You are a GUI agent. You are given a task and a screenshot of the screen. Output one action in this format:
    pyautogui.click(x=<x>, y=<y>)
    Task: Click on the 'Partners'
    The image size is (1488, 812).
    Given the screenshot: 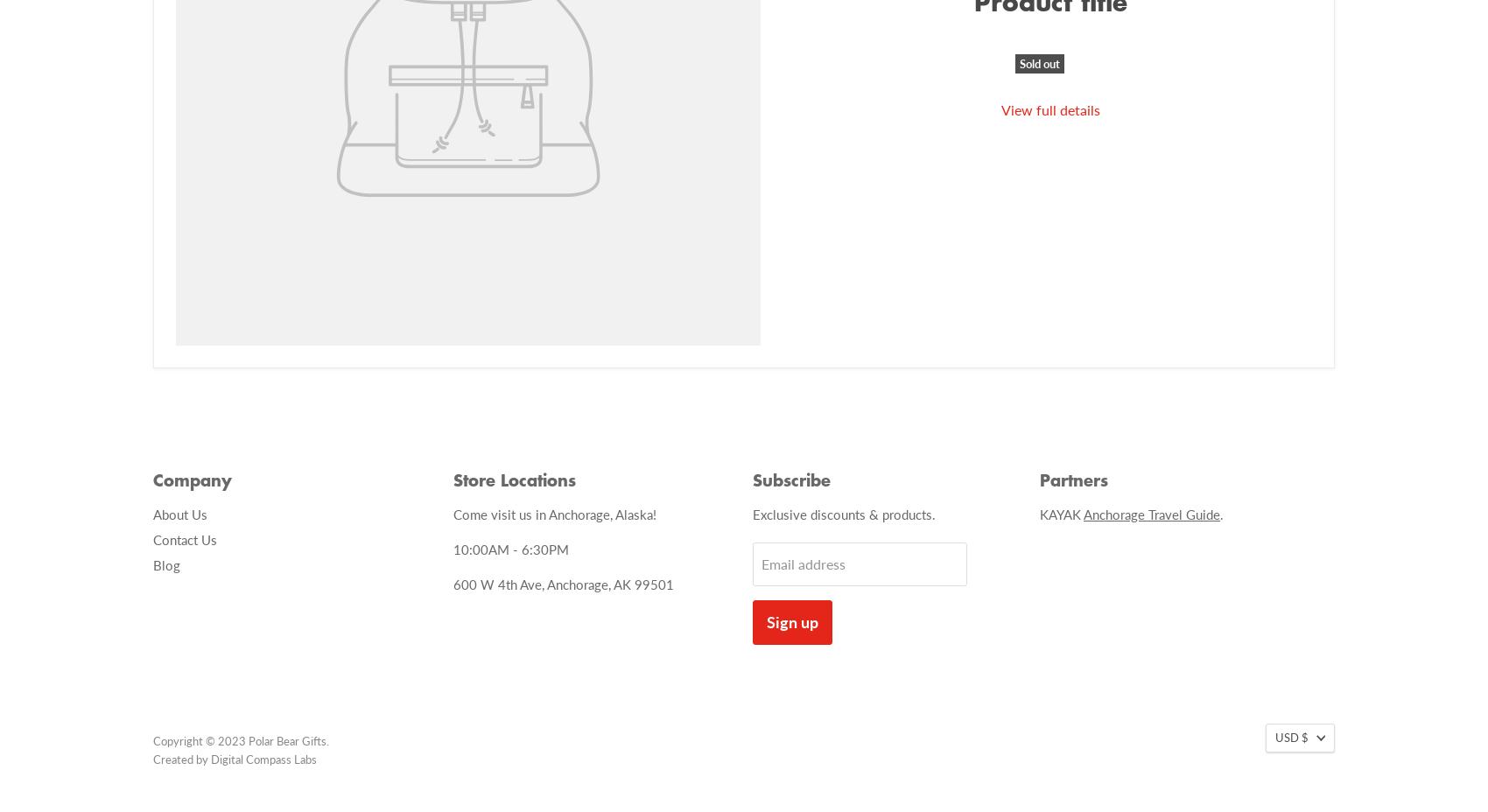 What is the action you would take?
    pyautogui.click(x=1073, y=478)
    